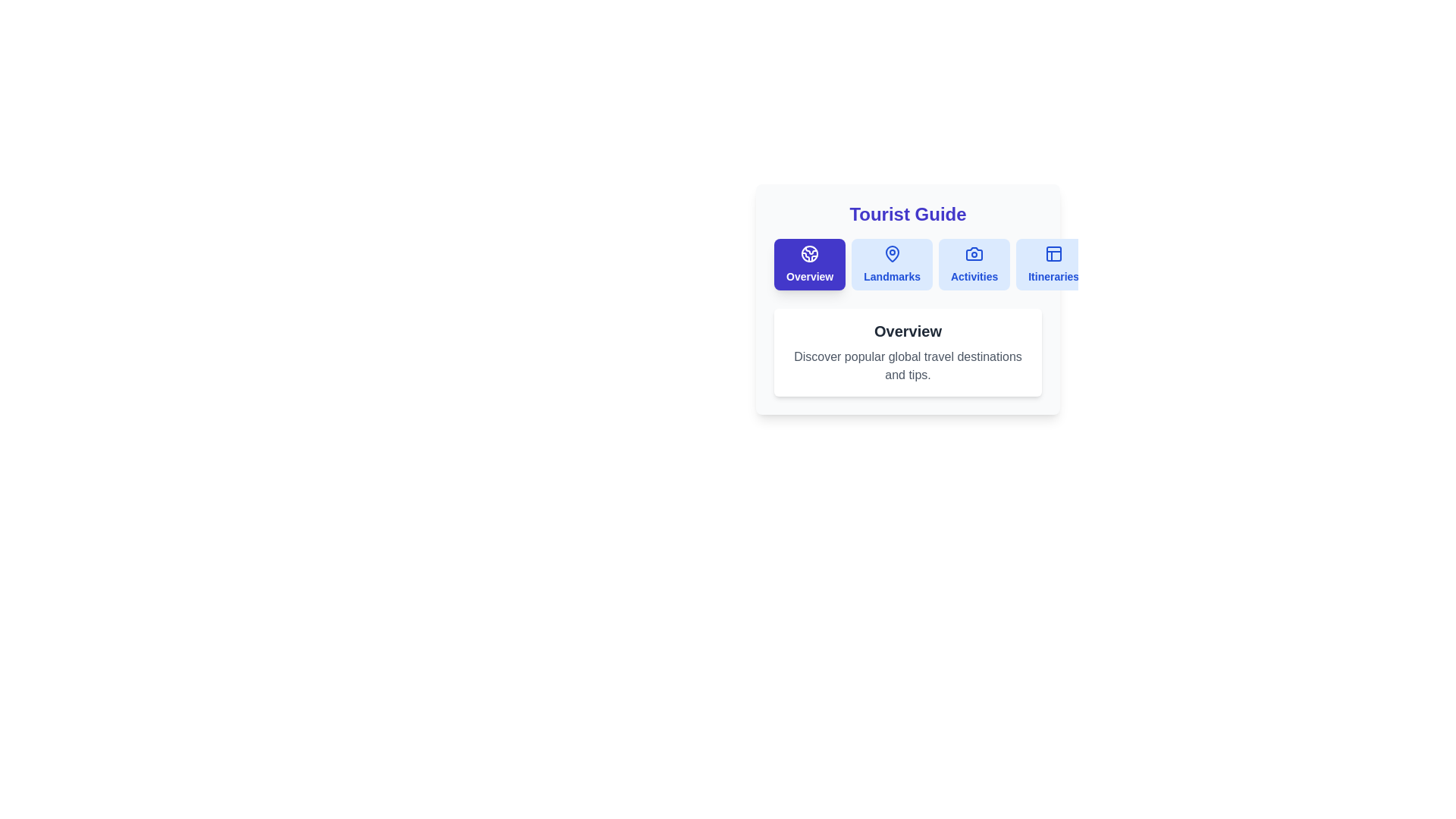 This screenshot has width=1456, height=819. Describe the element at coordinates (974, 263) in the screenshot. I see `the tab labeled Activities to inspect its icon and label` at that location.